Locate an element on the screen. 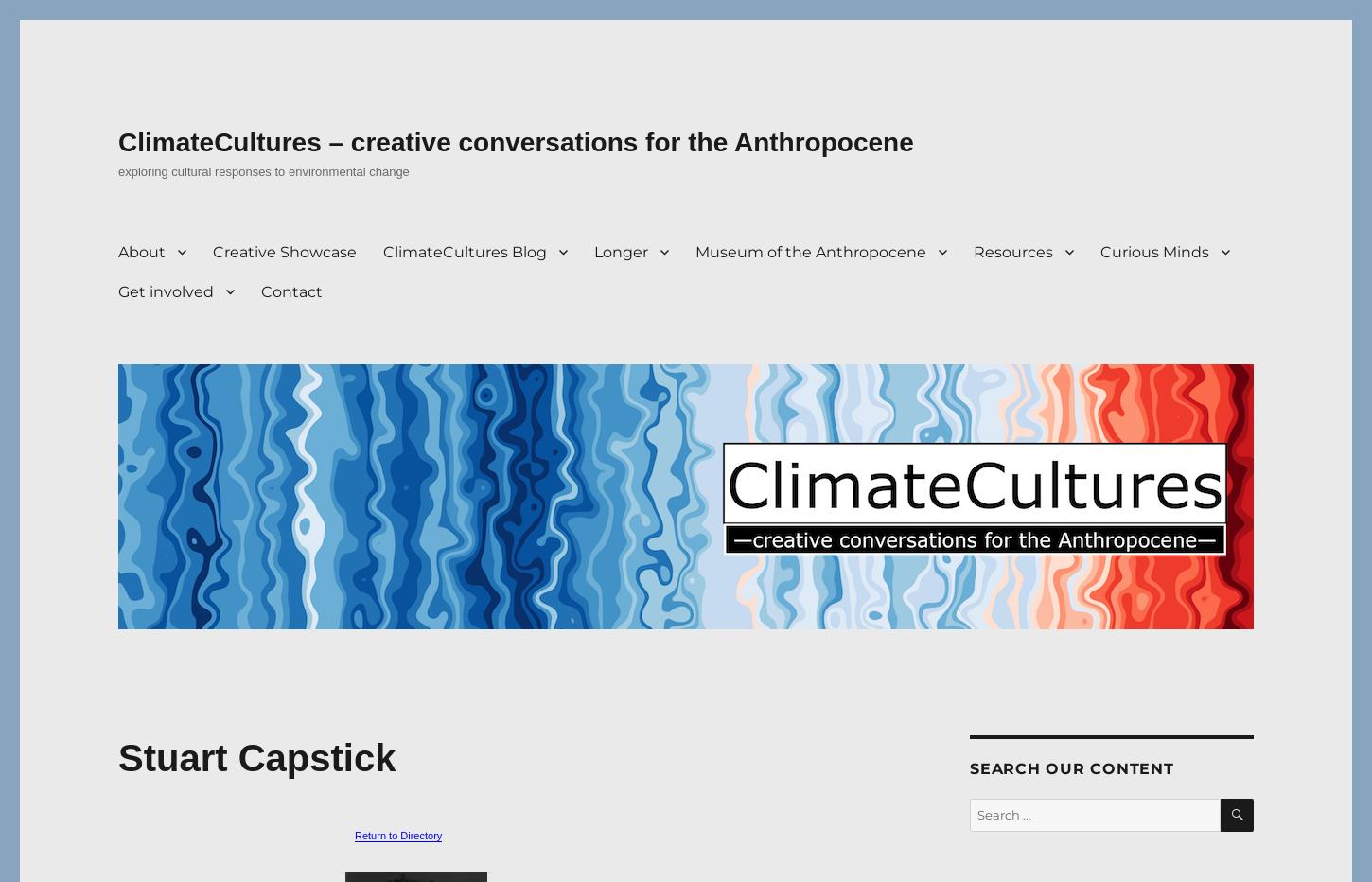 This screenshot has width=1372, height=882. 'Longer' is located at coordinates (620, 250).